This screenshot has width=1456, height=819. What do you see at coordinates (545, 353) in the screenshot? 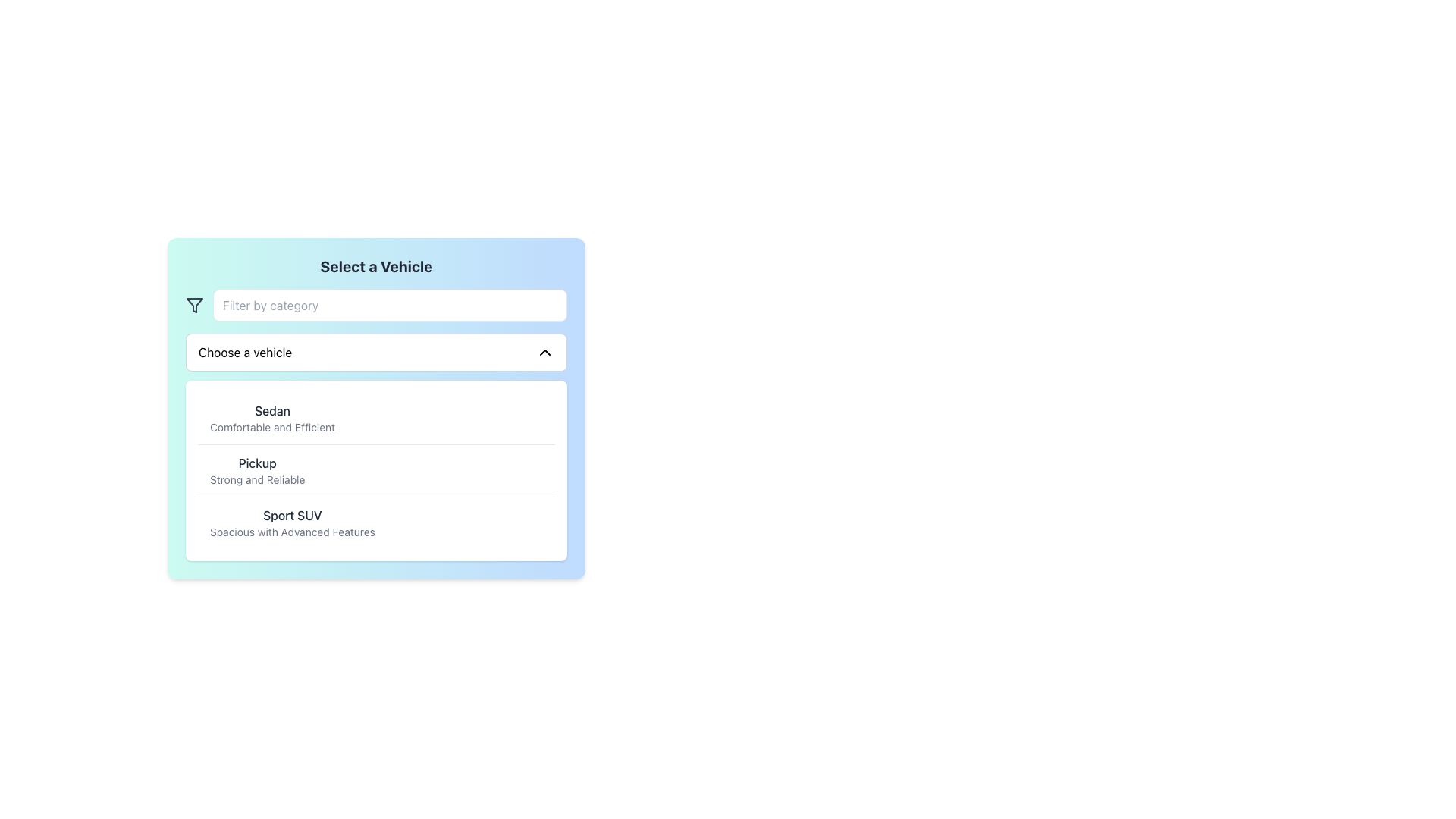
I see `the dropdown toggle icon located at the right end of the 'Choose a vehicle' dropdown box` at bounding box center [545, 353].